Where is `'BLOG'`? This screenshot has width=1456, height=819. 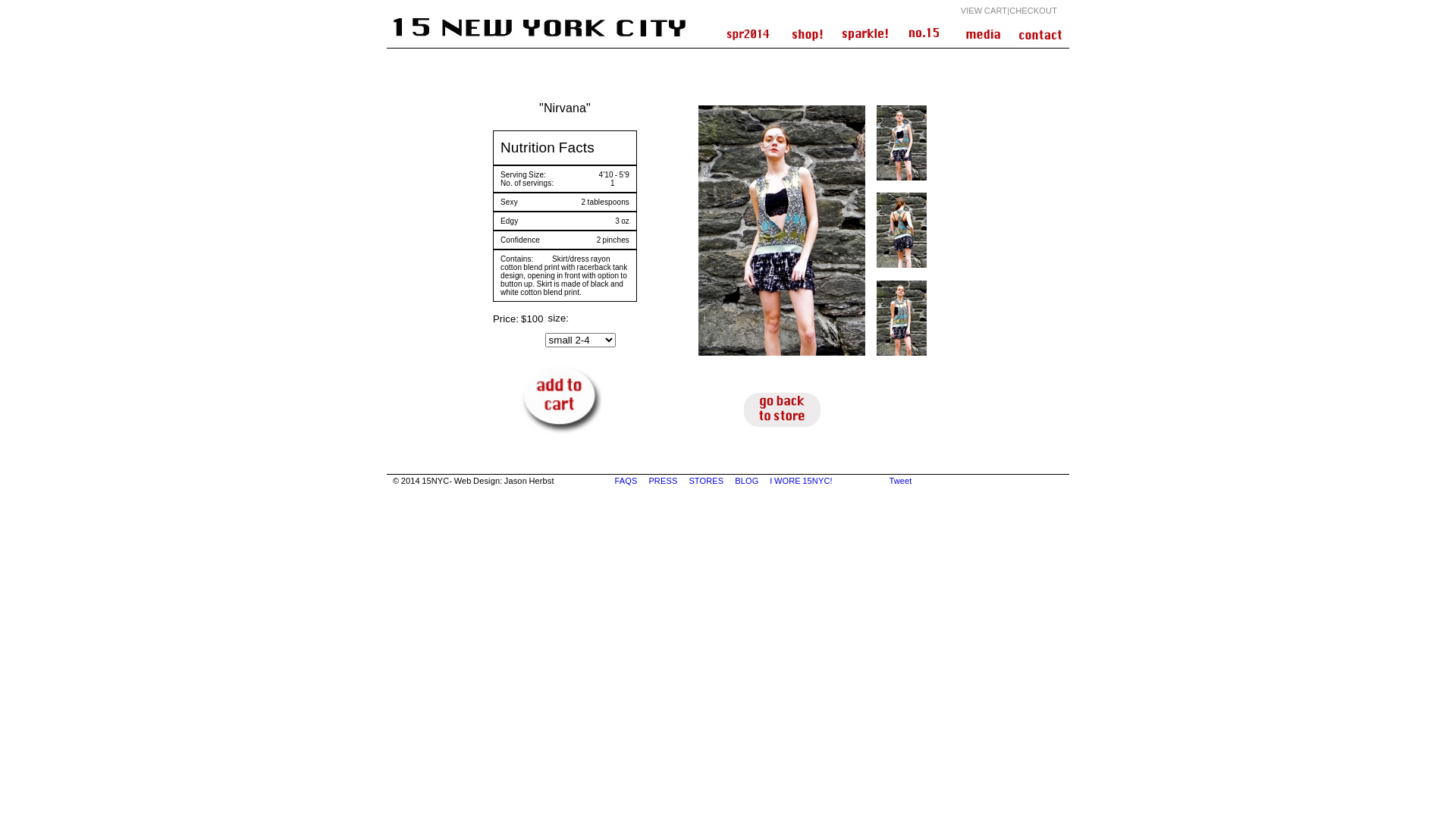
'BLOG' is located at coordinates (747, 480).